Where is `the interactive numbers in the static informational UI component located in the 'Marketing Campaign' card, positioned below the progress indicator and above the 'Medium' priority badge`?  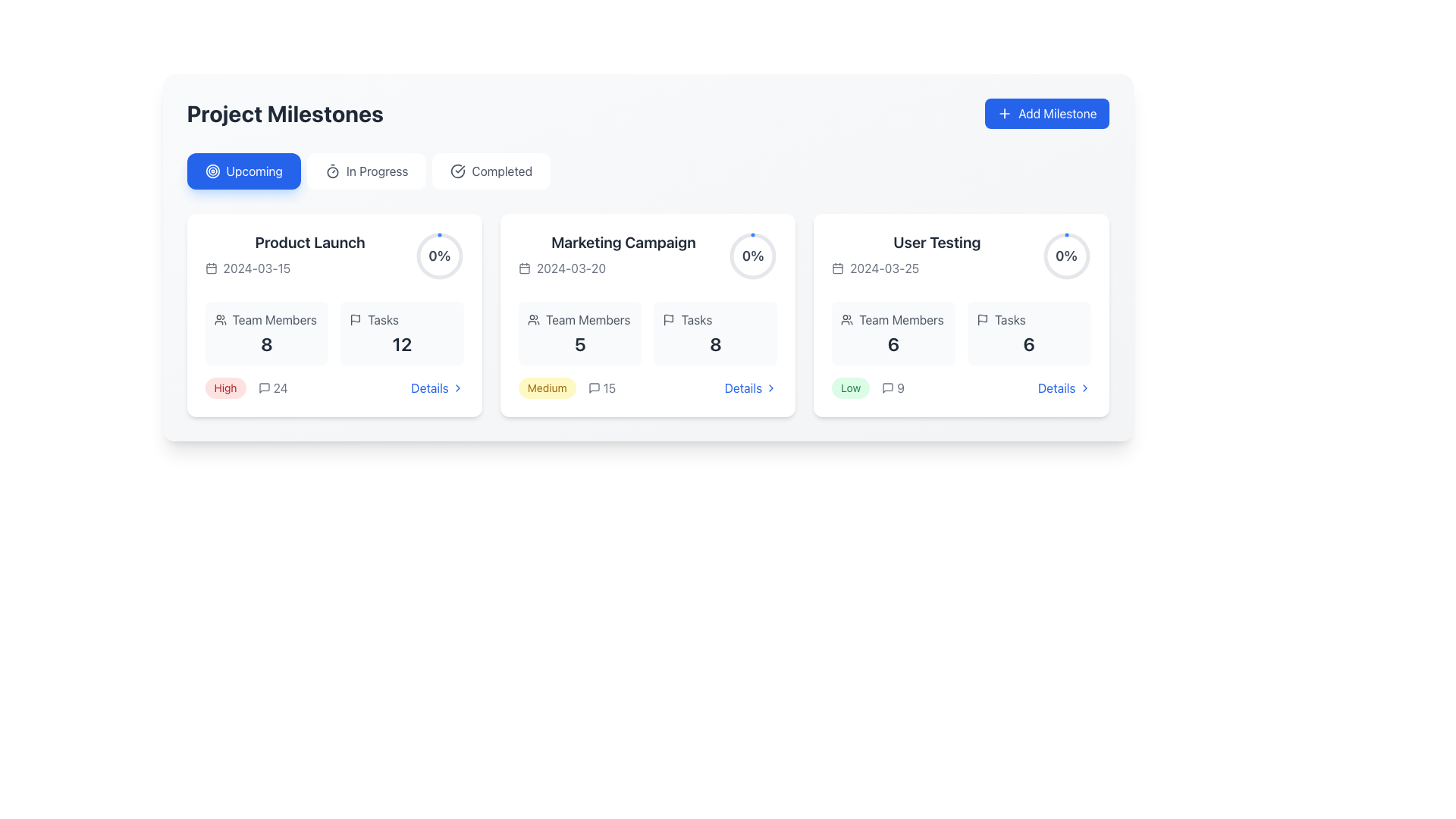
the interactive numbers in the static informational UI component located in the 'Marketing Campaign' card, positioned below the progress indicator and above the 'Medium' priority badge is located at coordinates (648, 332).